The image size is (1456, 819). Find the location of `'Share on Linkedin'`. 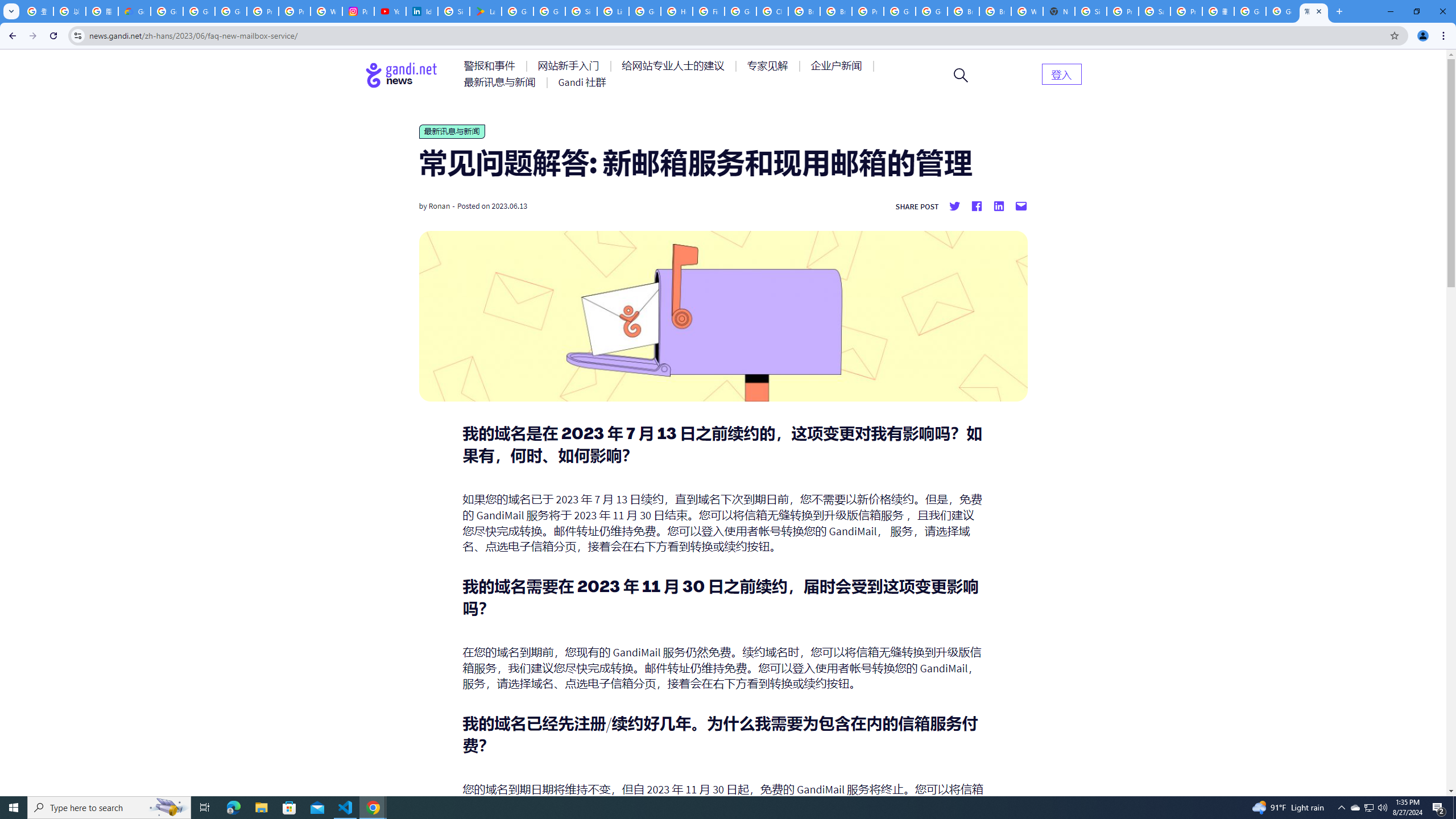

'Share on Linkedin' is located at coordinates (999, 205).